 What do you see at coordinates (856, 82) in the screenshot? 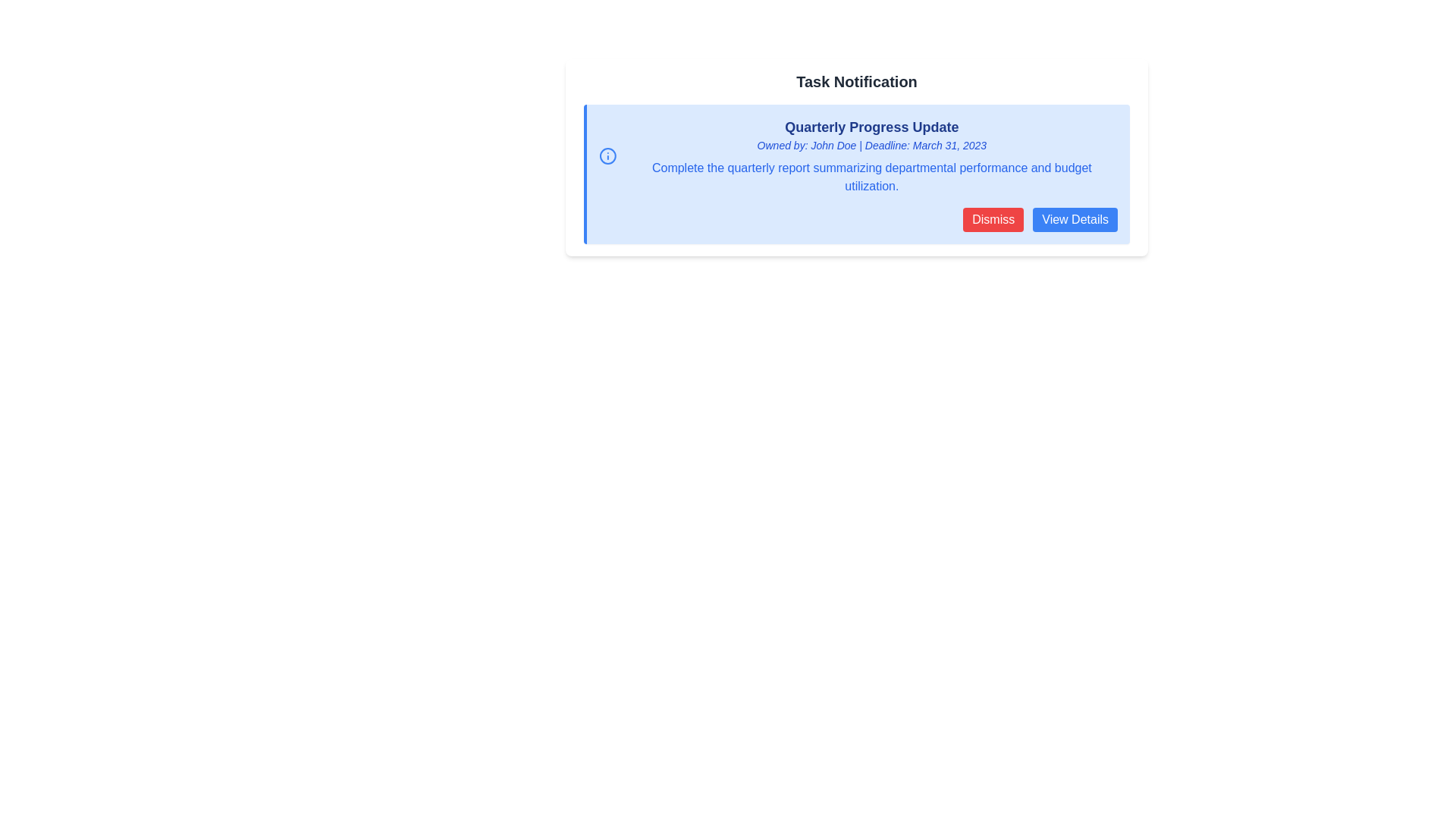
I see `the heading element at the top of the card component, which provides context or summary information` at bounding box center [856, 82].